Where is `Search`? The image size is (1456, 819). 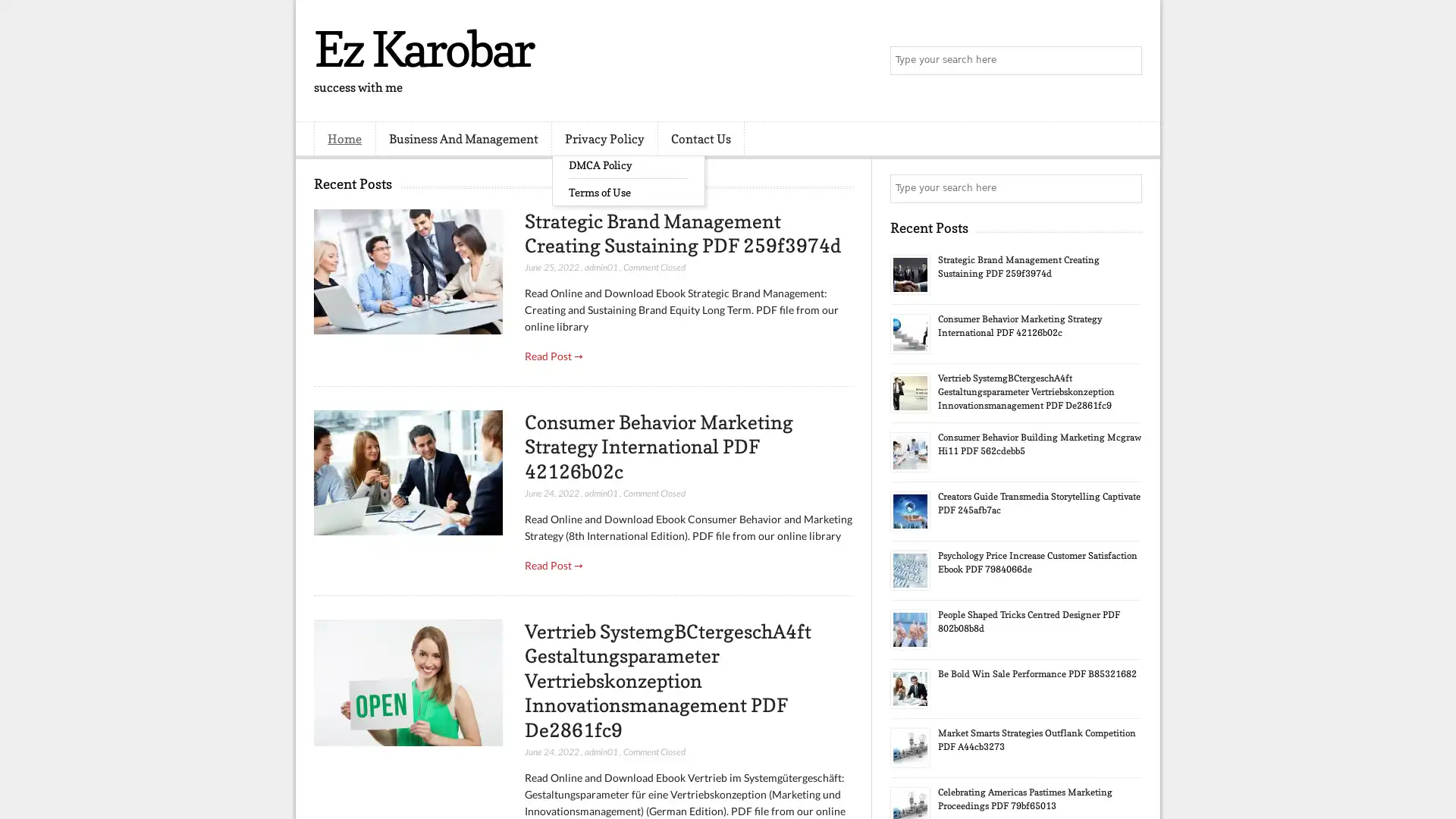
Search is located at coordinates (1126, 61).